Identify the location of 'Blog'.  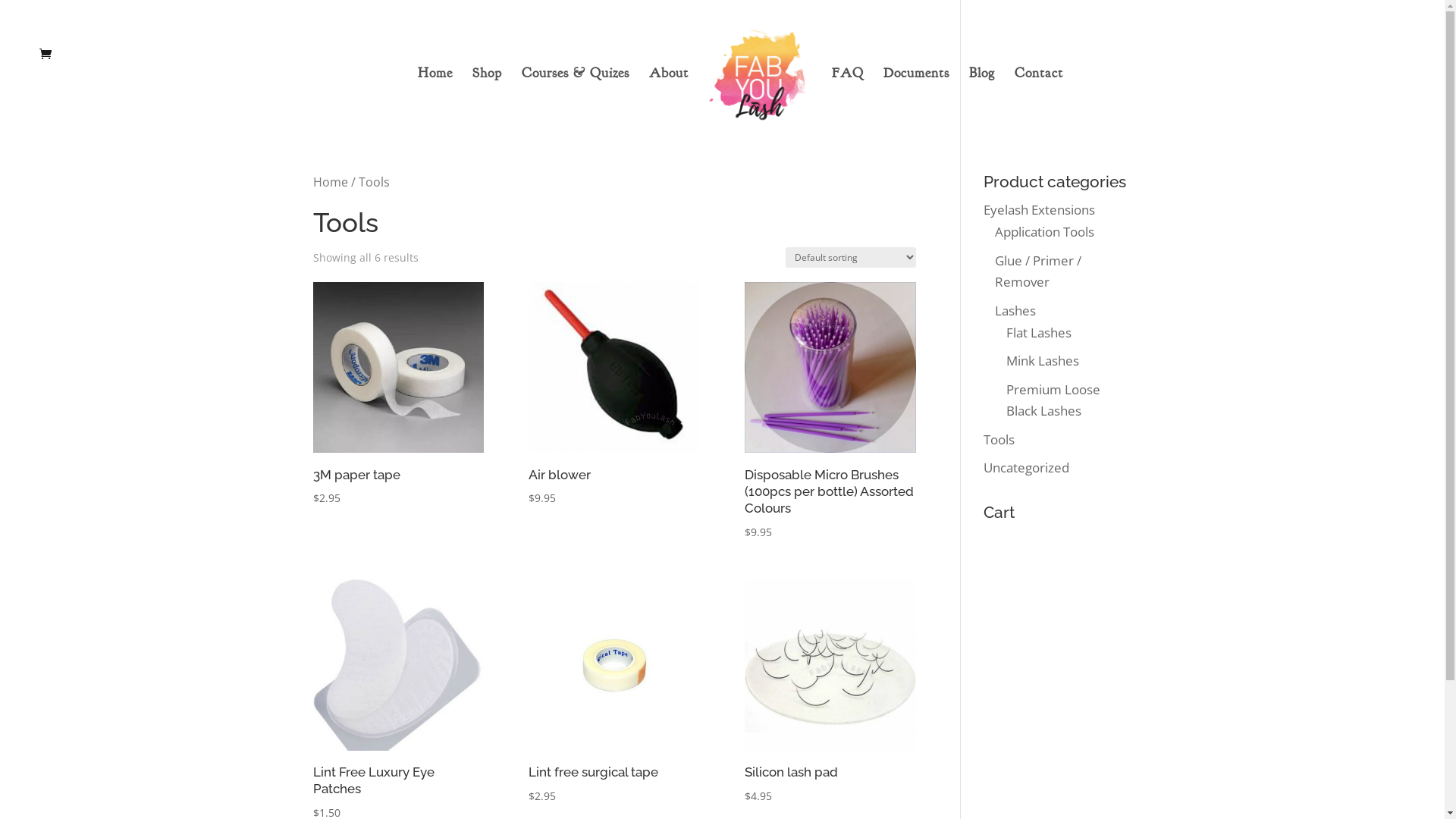
(982, 98).